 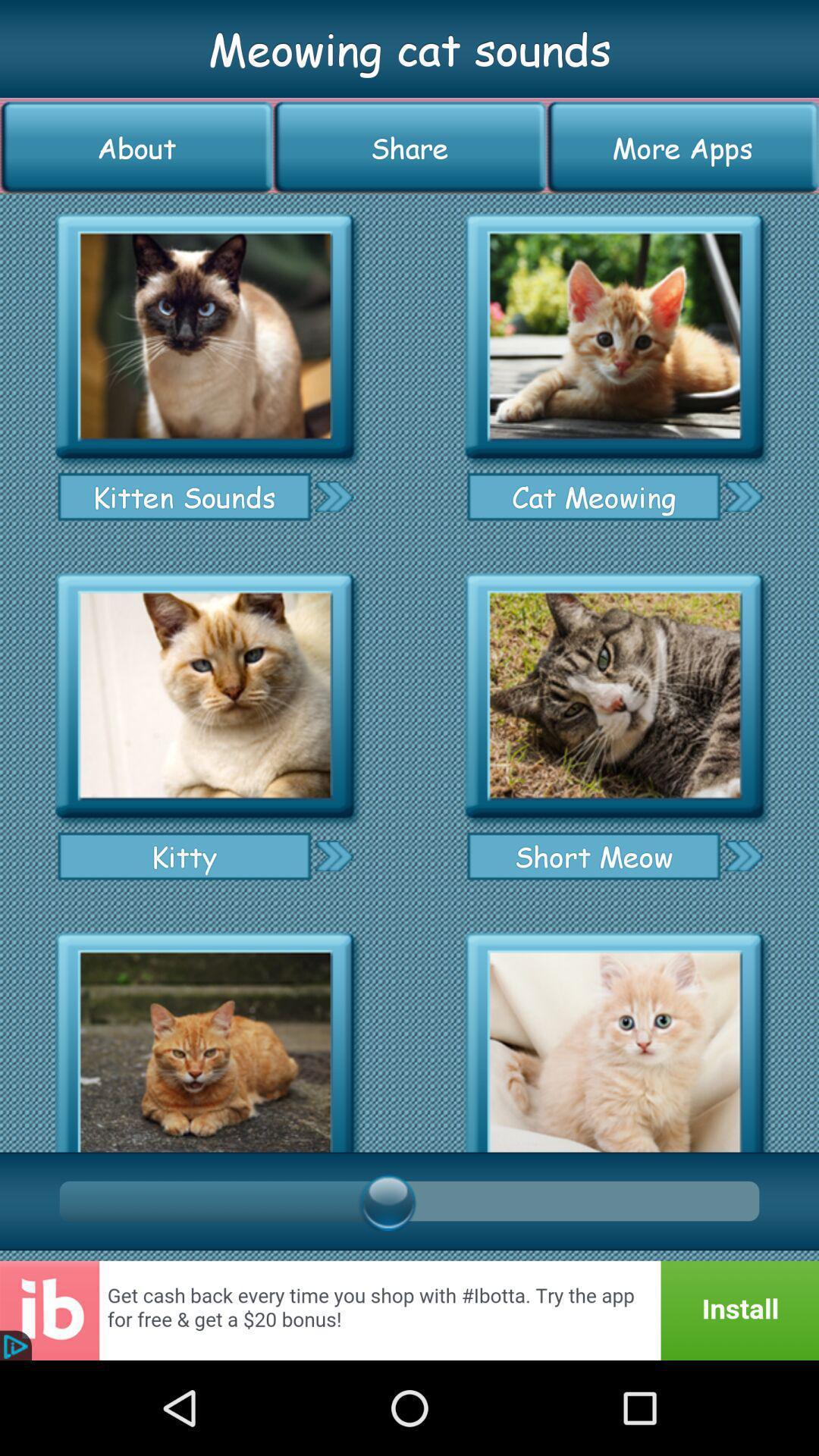 I want to click on item next to share item, so click(x=136, y=147).